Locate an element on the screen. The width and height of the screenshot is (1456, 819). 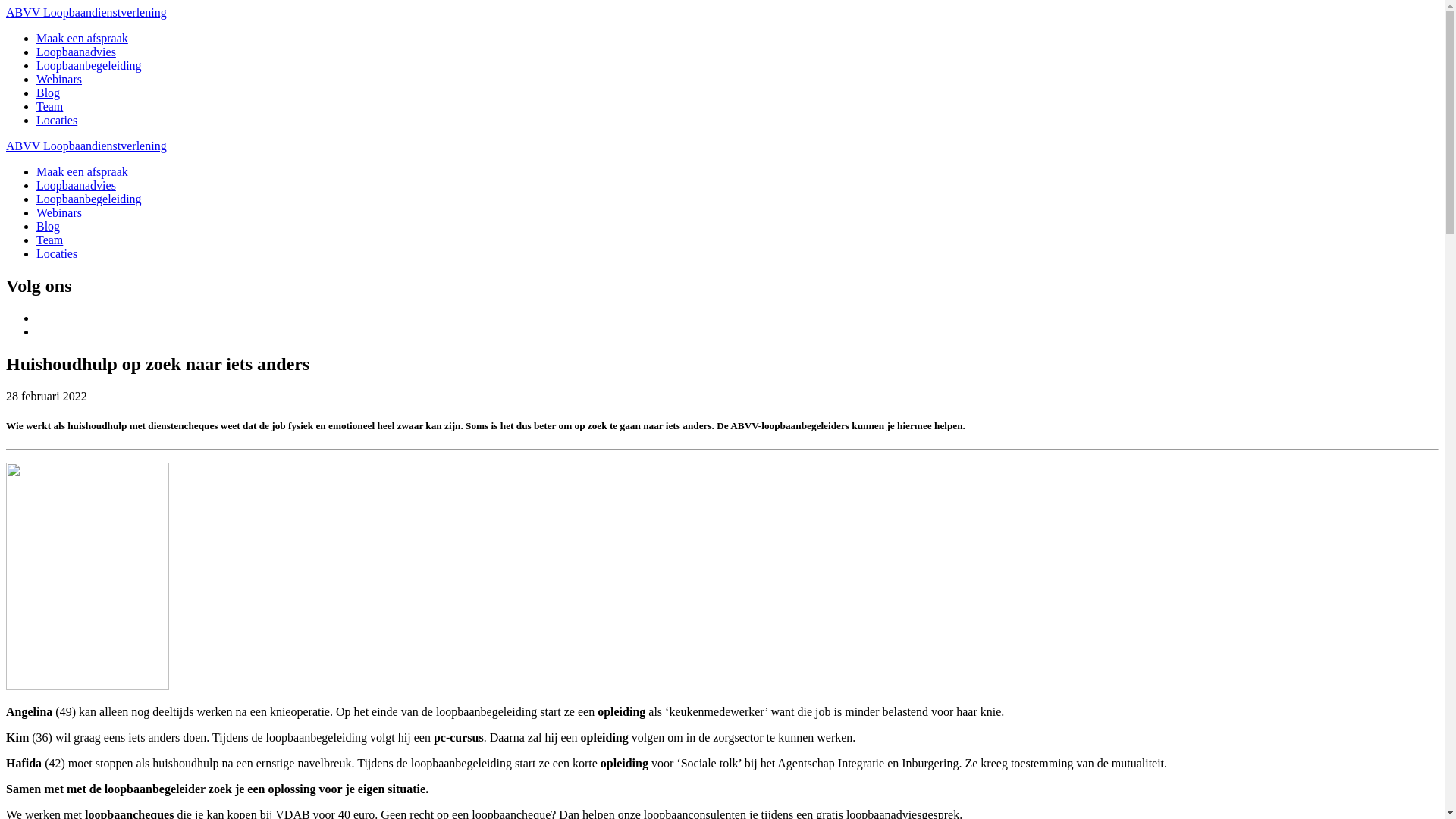
'Loopbaanadvies' is located at coordinates (75, 51).